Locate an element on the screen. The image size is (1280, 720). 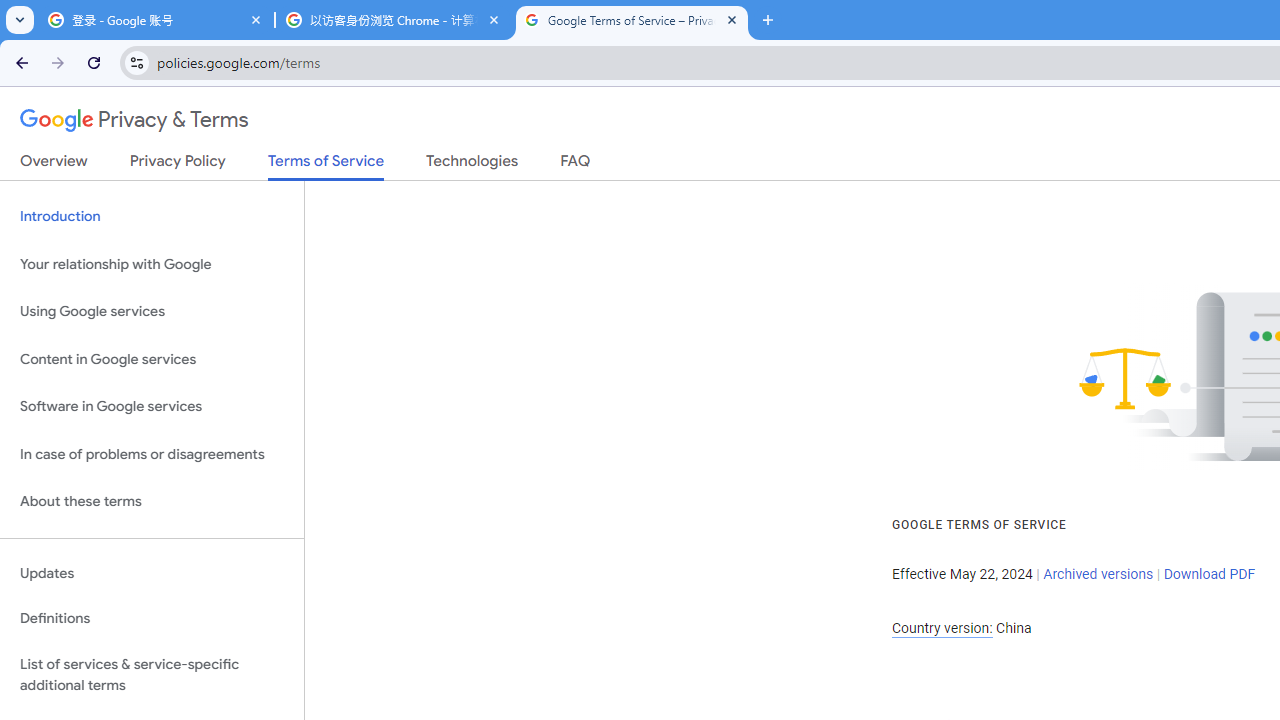
'Content in Google services' is located at coordinates (151, 358).